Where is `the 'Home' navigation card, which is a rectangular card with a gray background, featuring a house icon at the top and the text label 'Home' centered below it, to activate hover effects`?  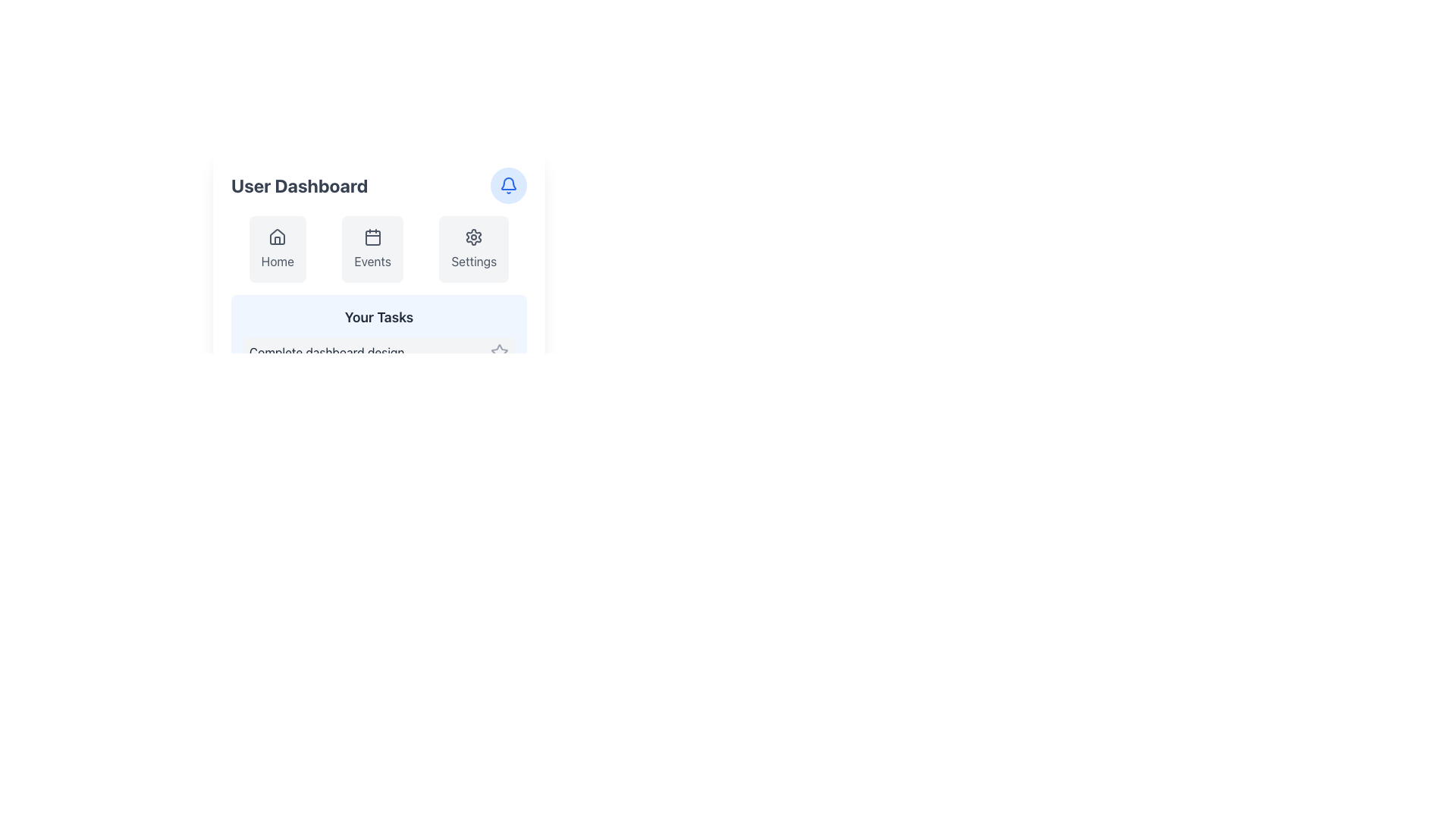
the 'Home' navigation card, which is a rectangular card with a gray background, featuring a house icon at the top and the text label 'Home' centered below it, to activate hover effects is located at coordinates (278, 248).